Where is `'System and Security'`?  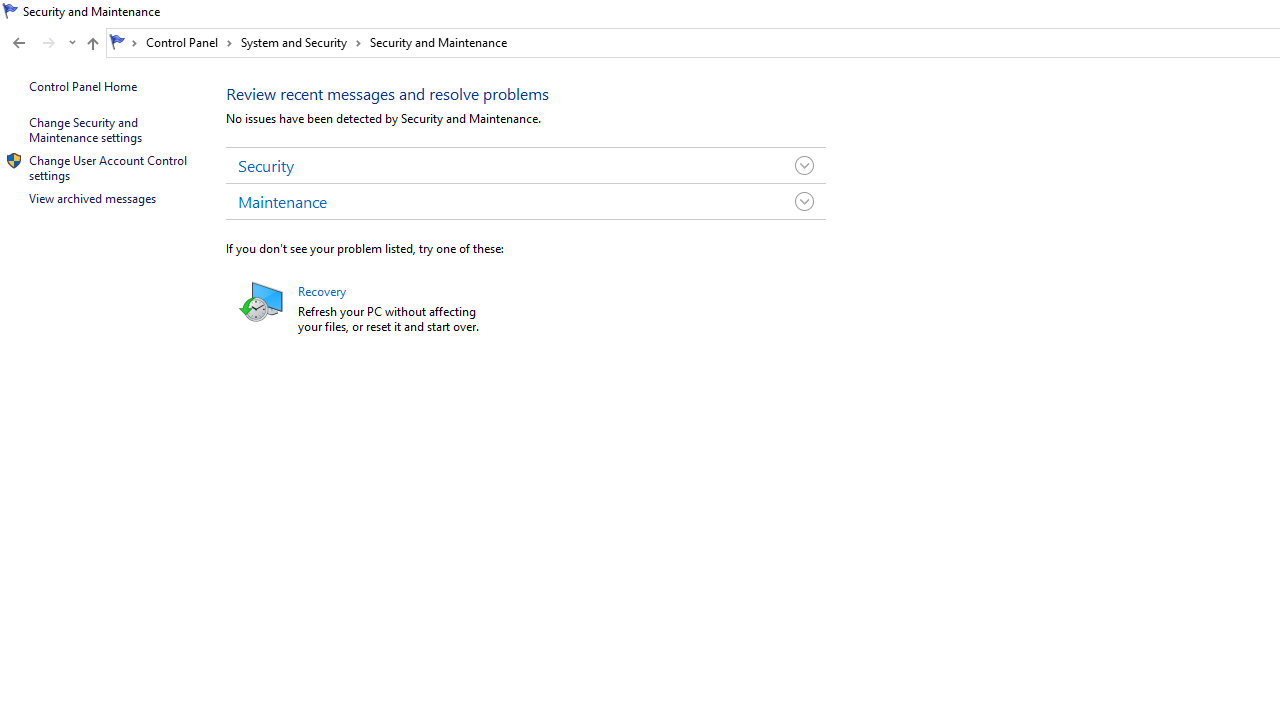
'System and Security' is located at coordinates (300, 42).